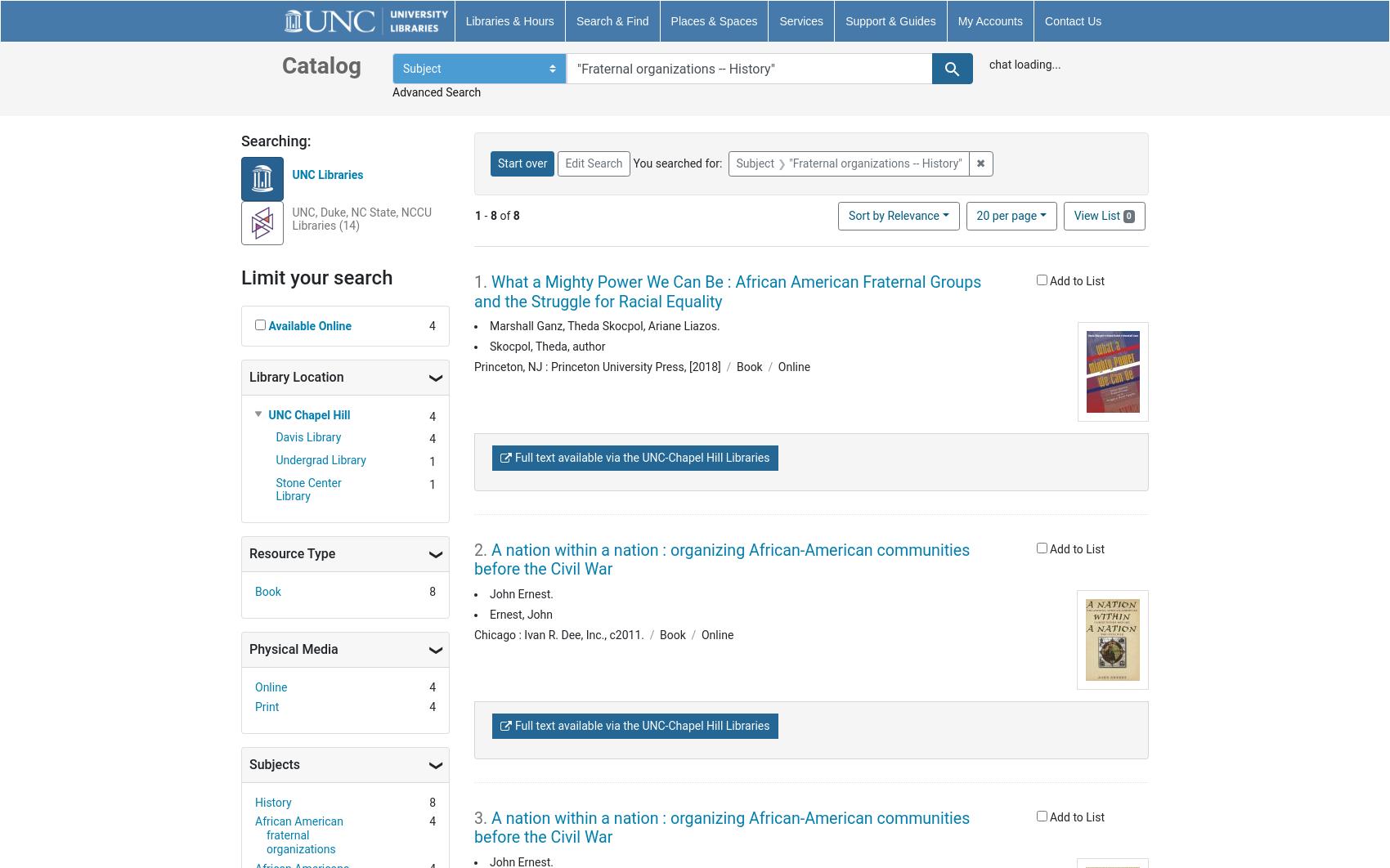 This screenshot has width=1390, height=868. Describe the element at coordinates (547, 345) in the screenshot. I see `'Skocpol, Theda, author'` at that location.